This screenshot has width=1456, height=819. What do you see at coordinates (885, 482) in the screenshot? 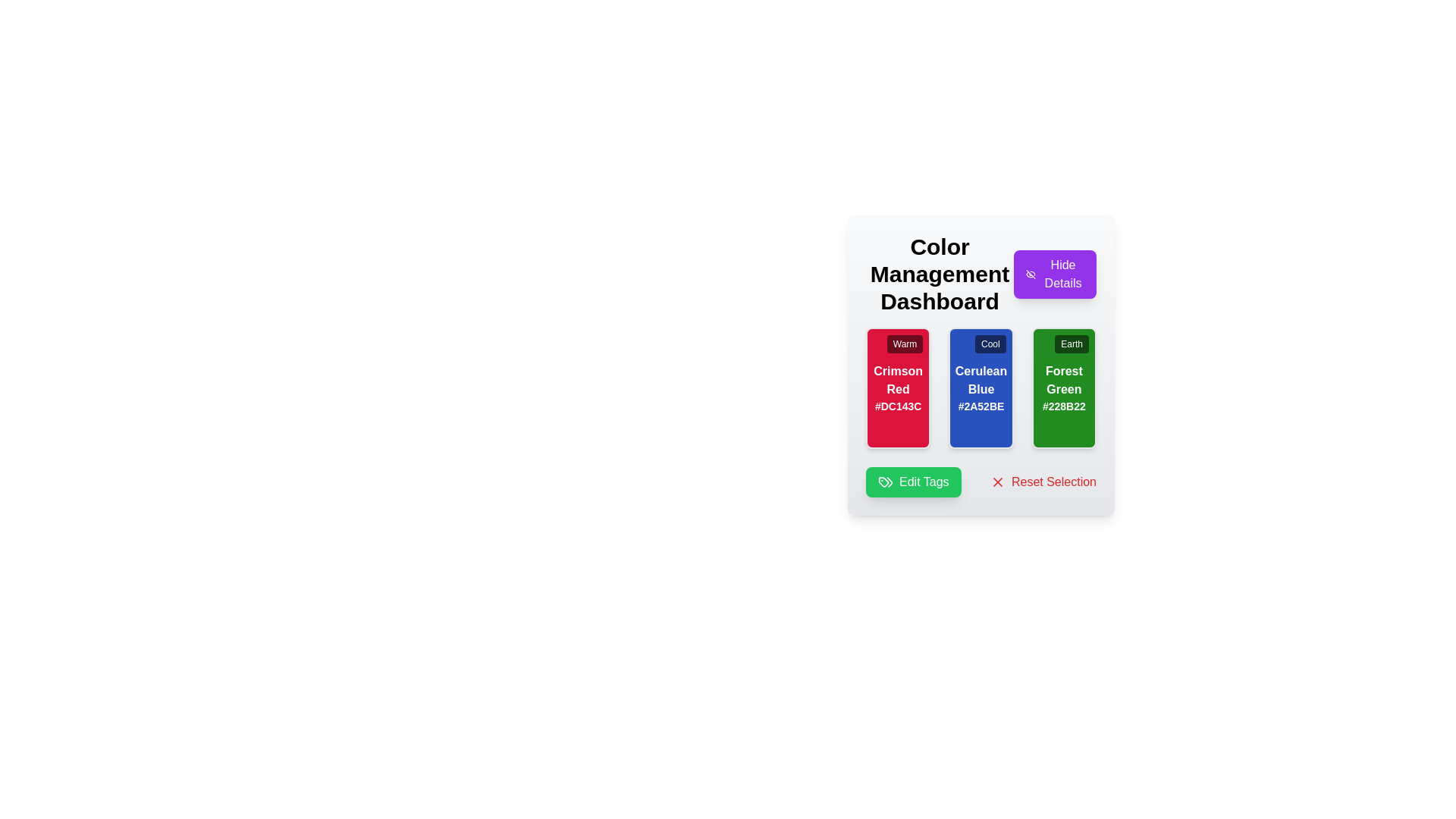
I see `the identifying icon that visually supports the 'Edit Tags' action, located at the left side of the 'Edit Tags' button in the bottom left corner of the control panel` at bounding box center [885, 482].